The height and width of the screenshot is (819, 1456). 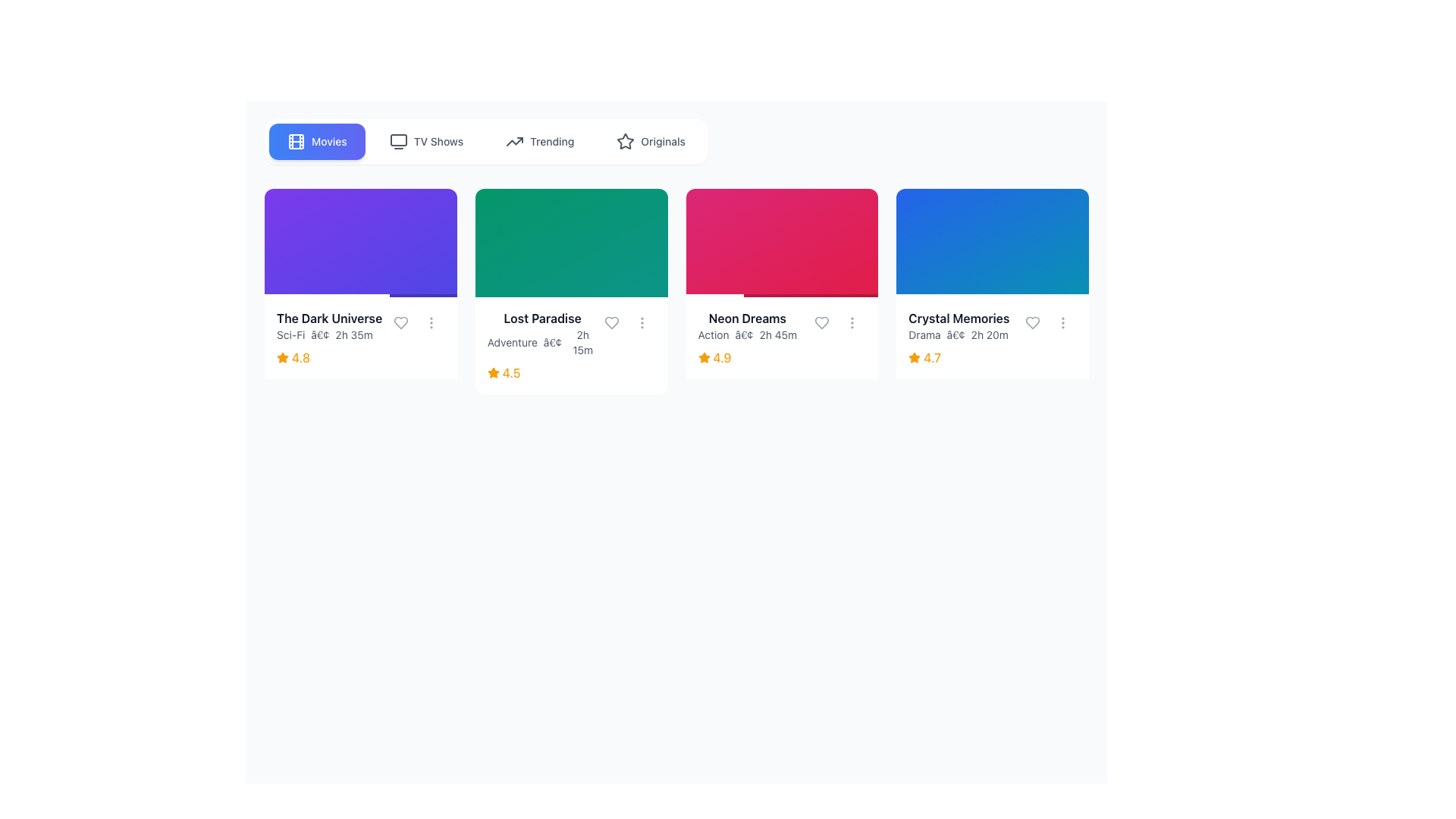 What do you see at coordinates (570, 345) in the screenshot?
I see `the text block containing movie details for 'Lost Paradise'` at bounding box center [570, 345].